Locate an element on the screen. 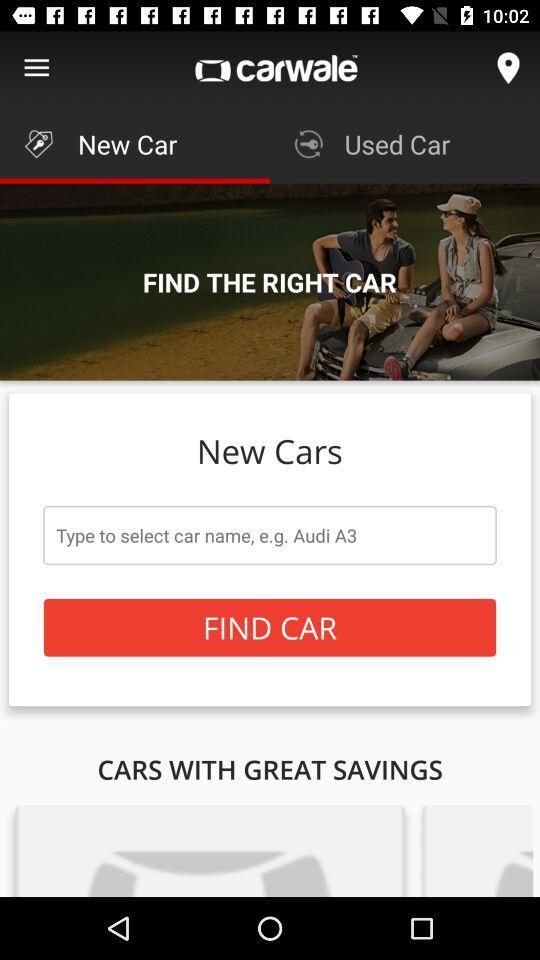 Image resolution: width=540 pixels, height=960 pixels. show main menu is located at coordinates (36, 68).